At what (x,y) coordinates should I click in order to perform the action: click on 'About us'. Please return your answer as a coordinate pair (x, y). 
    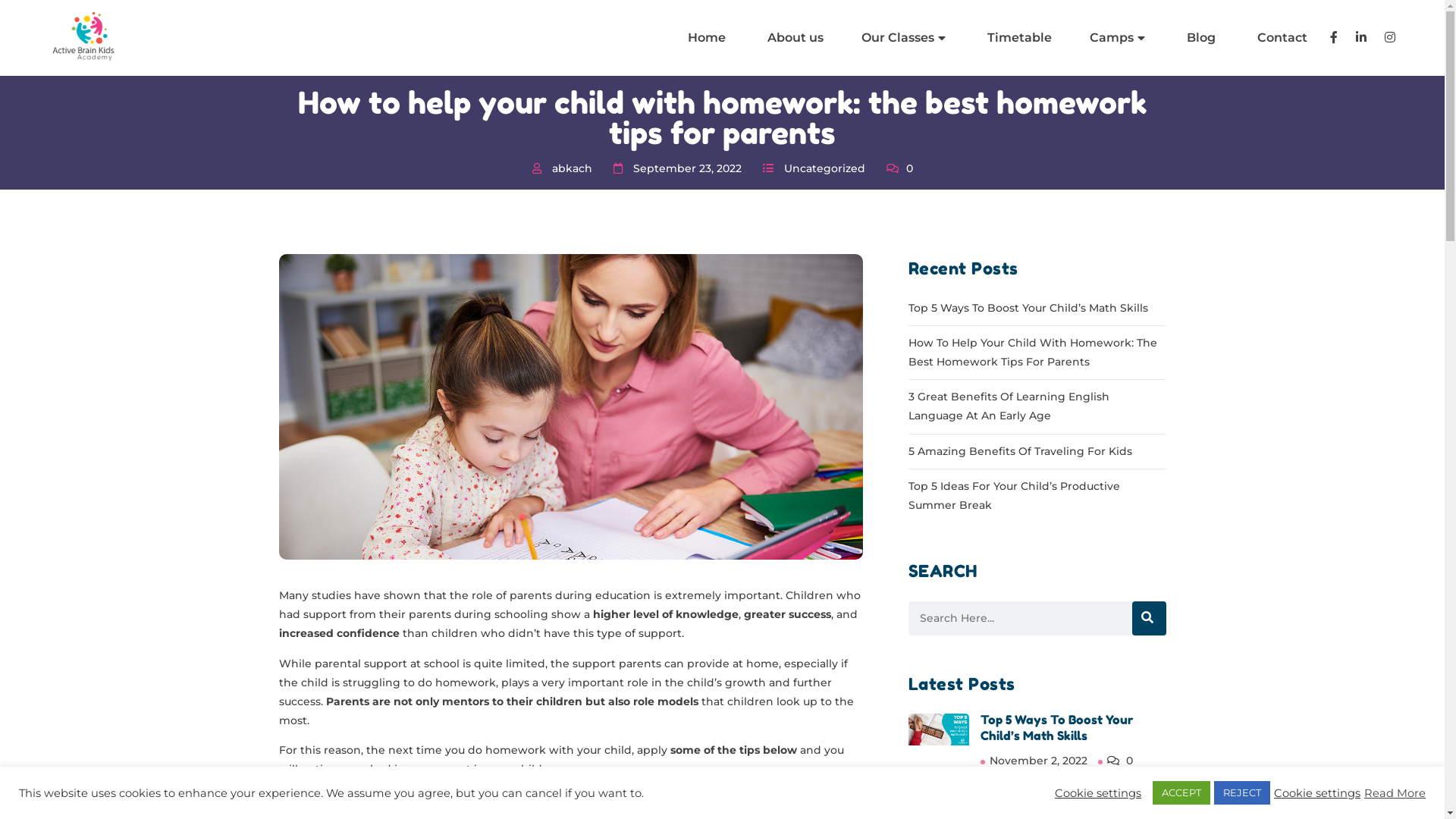
    Looking at the image, I should click on (745, 37).